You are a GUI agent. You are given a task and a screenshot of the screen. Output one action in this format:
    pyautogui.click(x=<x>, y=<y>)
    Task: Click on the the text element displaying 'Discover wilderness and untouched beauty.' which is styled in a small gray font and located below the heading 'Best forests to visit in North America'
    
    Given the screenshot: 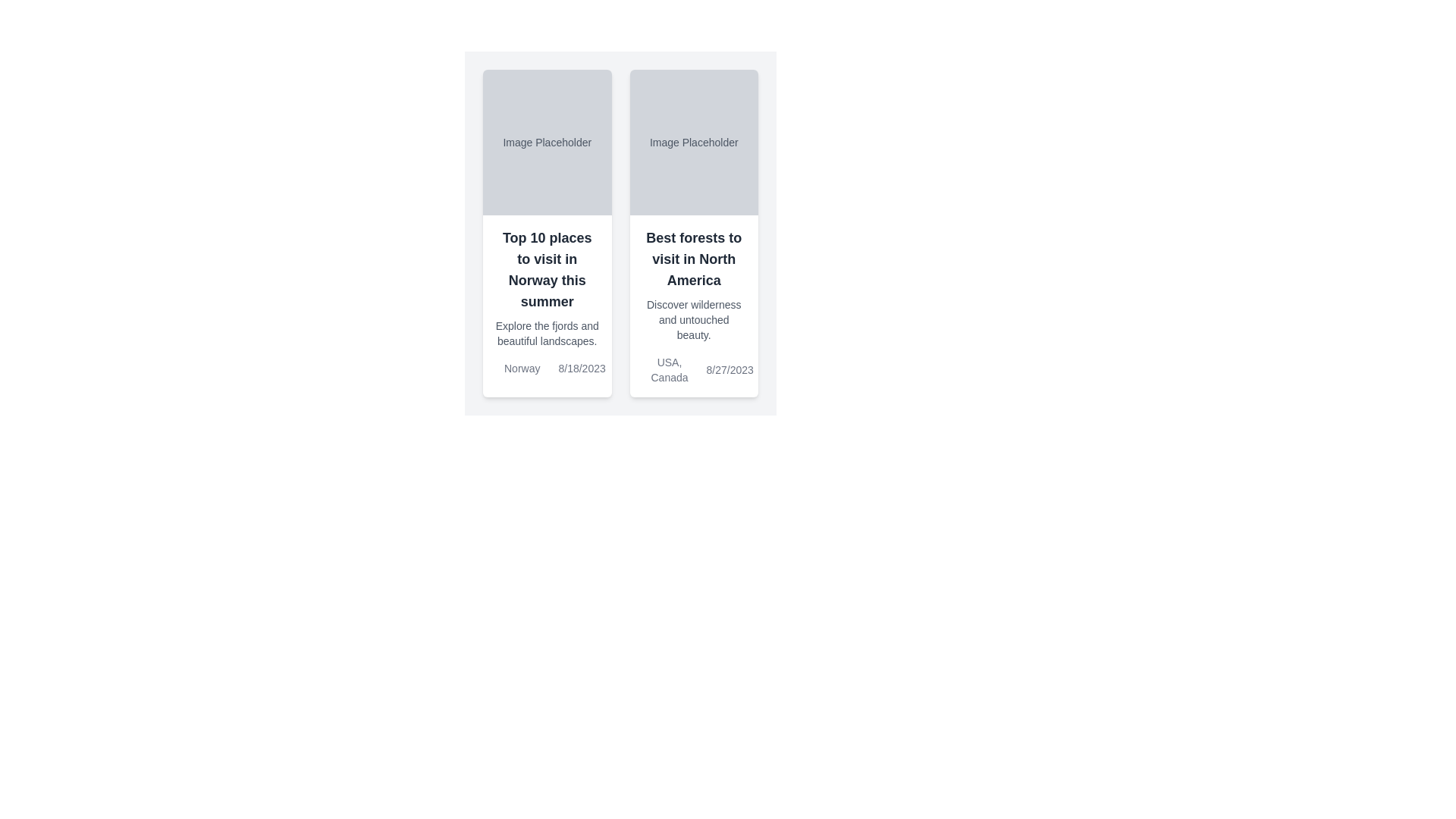 What is the action you would take?
    pyautogui.click(x=693, y=318)
    